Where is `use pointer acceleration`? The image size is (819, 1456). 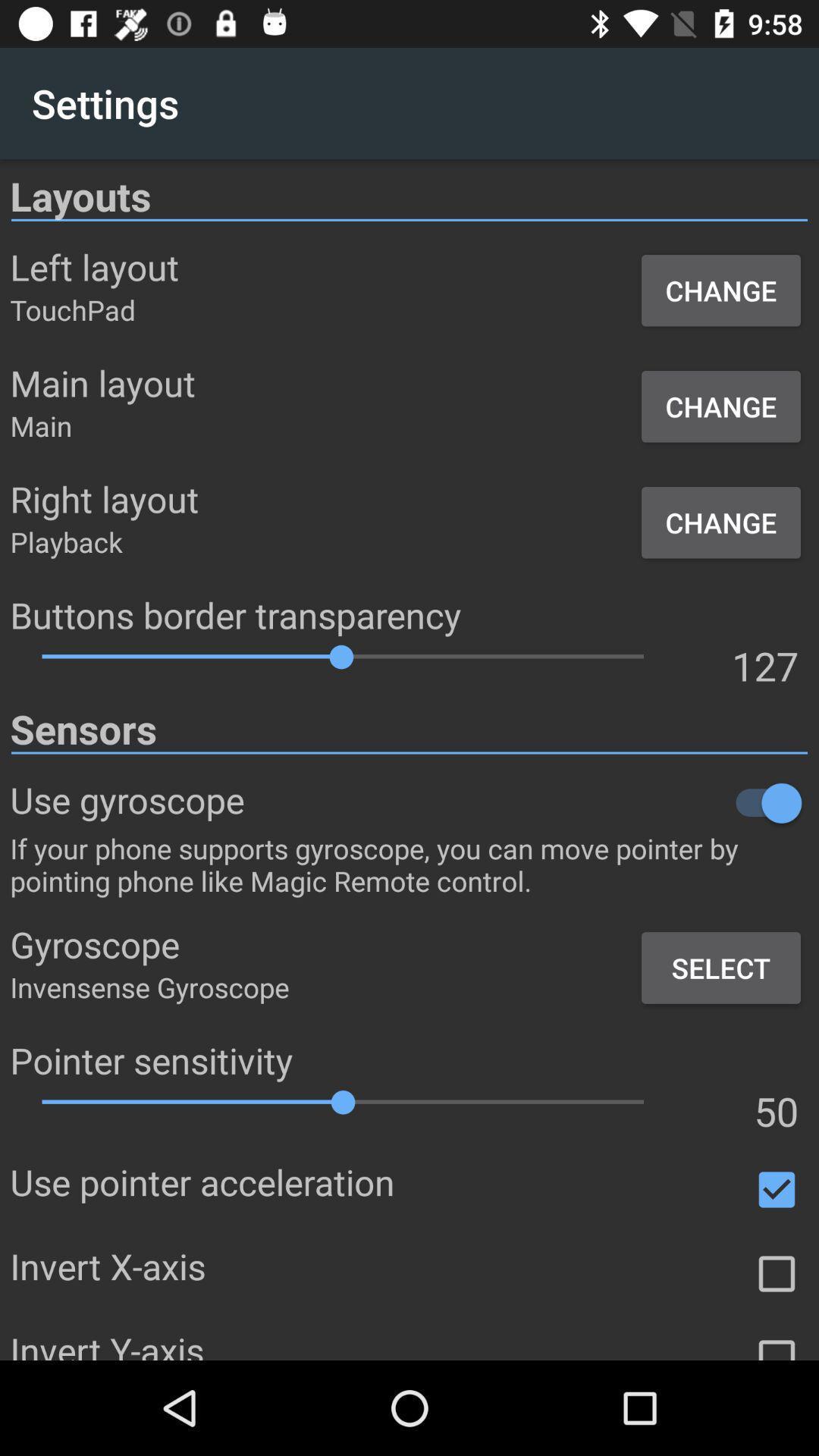
use pointer acceleration is located at coordinates (777, 1189).